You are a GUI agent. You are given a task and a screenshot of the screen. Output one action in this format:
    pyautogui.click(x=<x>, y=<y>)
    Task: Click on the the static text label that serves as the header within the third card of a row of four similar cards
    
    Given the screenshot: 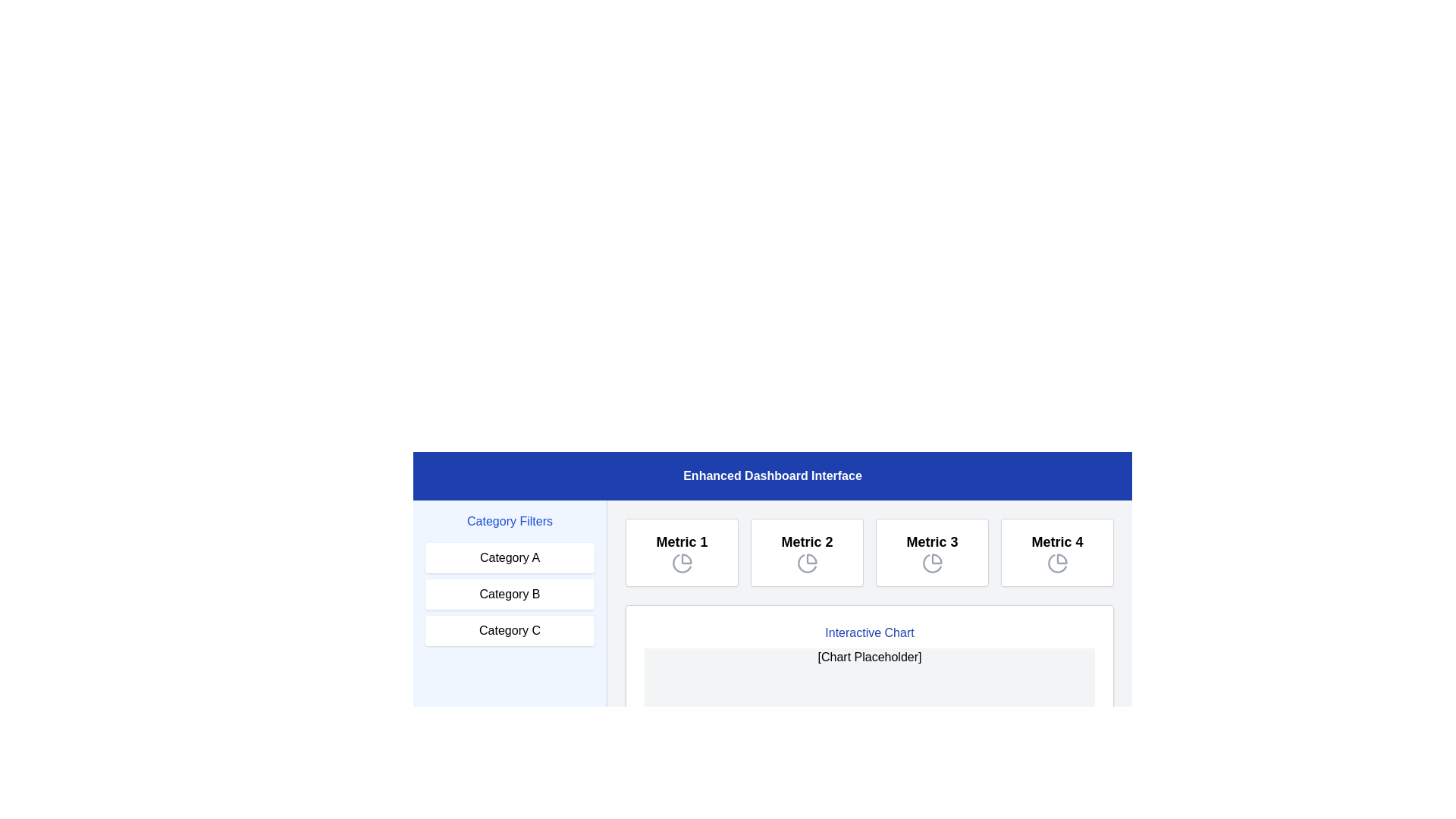 What is the action you would take?
    pyautogui.click(x=931, y=541)
    